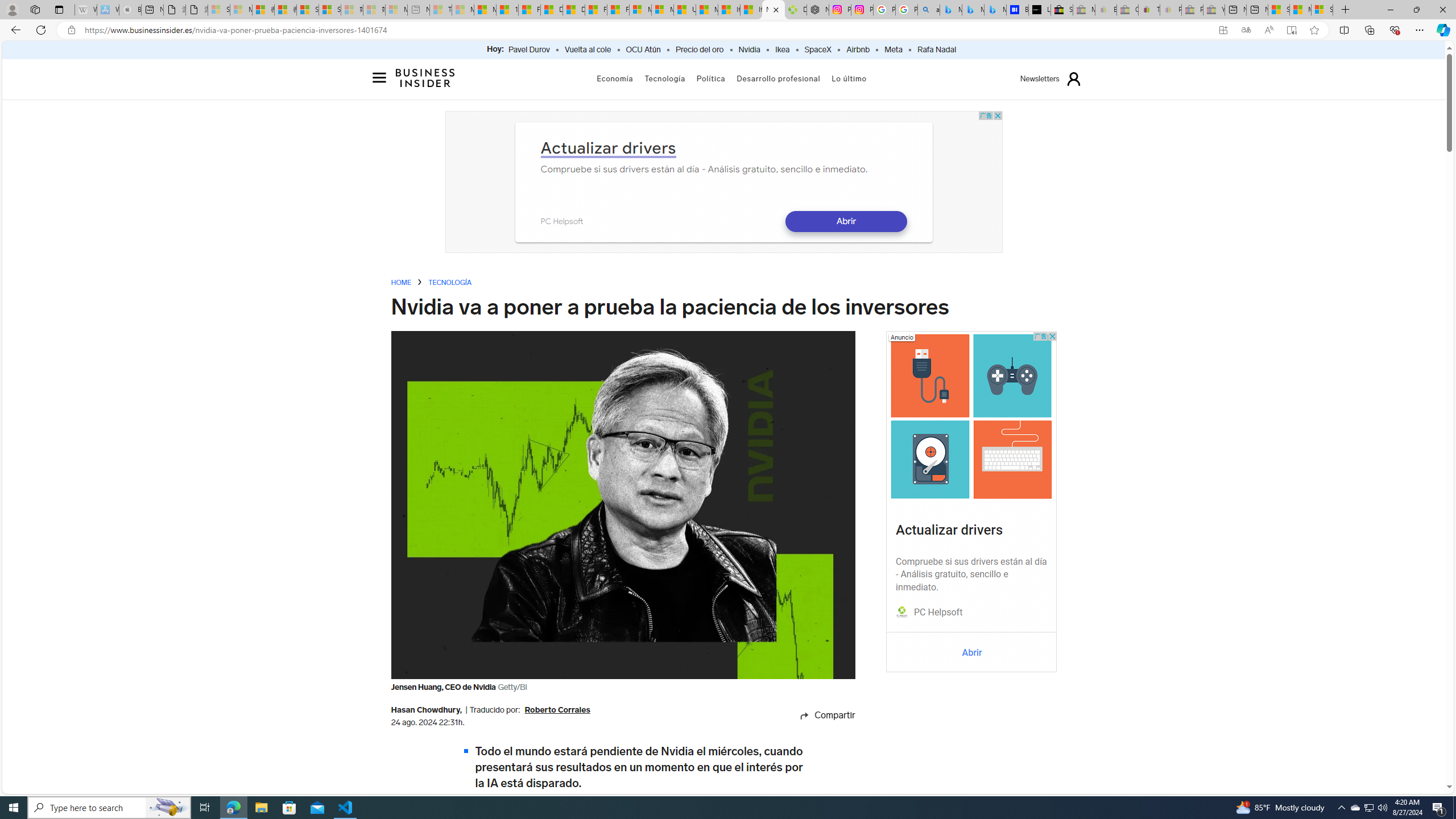 The height and width of the screenshot is (819, 1456). Describe the element at coordinates (1214, 9) in the screenshot. I see `'Yard, Garden & Outdoor Living - Sleeping'` at that location.